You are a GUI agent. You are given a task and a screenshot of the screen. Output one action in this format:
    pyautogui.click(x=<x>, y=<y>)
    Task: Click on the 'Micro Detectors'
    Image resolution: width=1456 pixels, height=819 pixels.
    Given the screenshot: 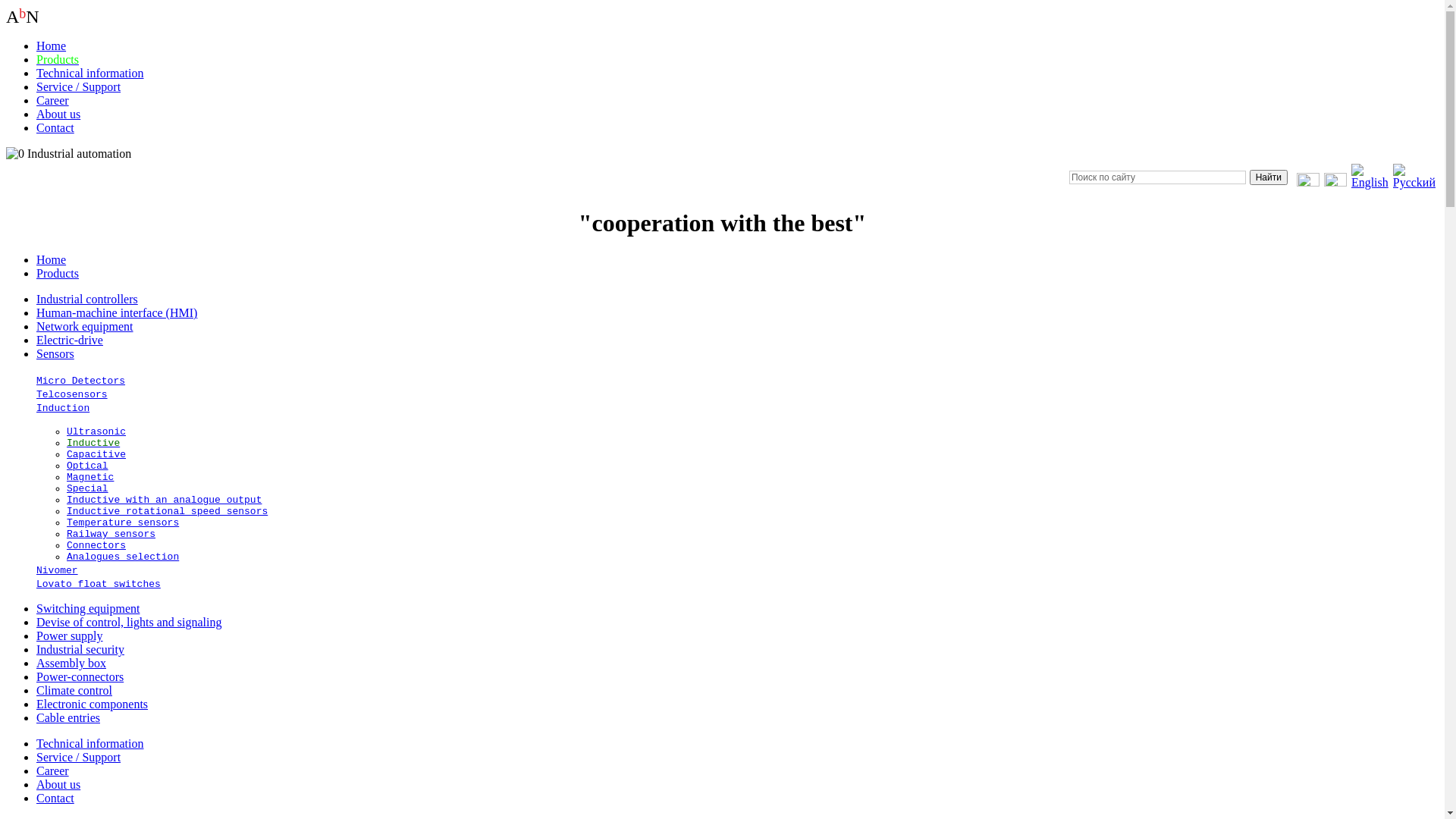 What is the action you would take?
    pyautogui.click(x=80, y=380)
    